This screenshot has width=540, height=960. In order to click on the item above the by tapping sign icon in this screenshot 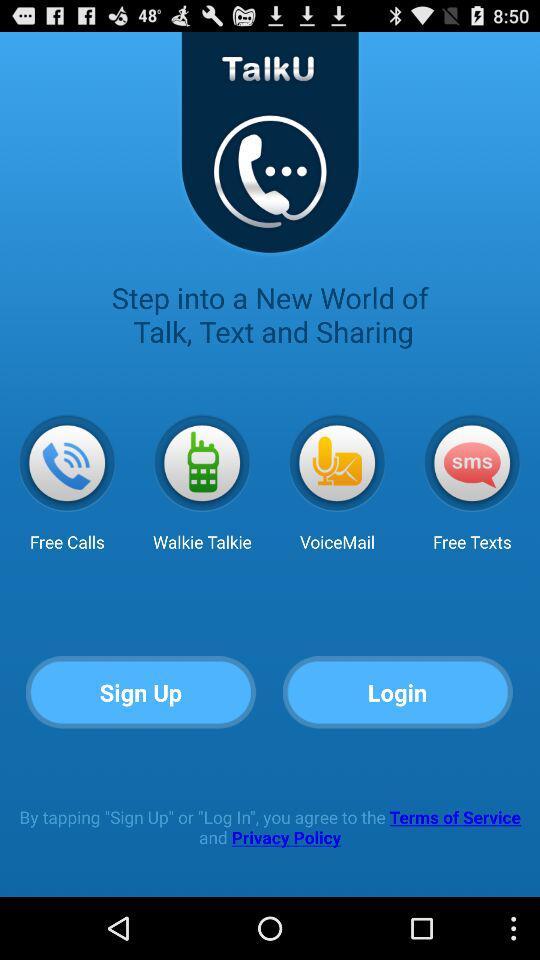, I will do `click(398, 693)`.